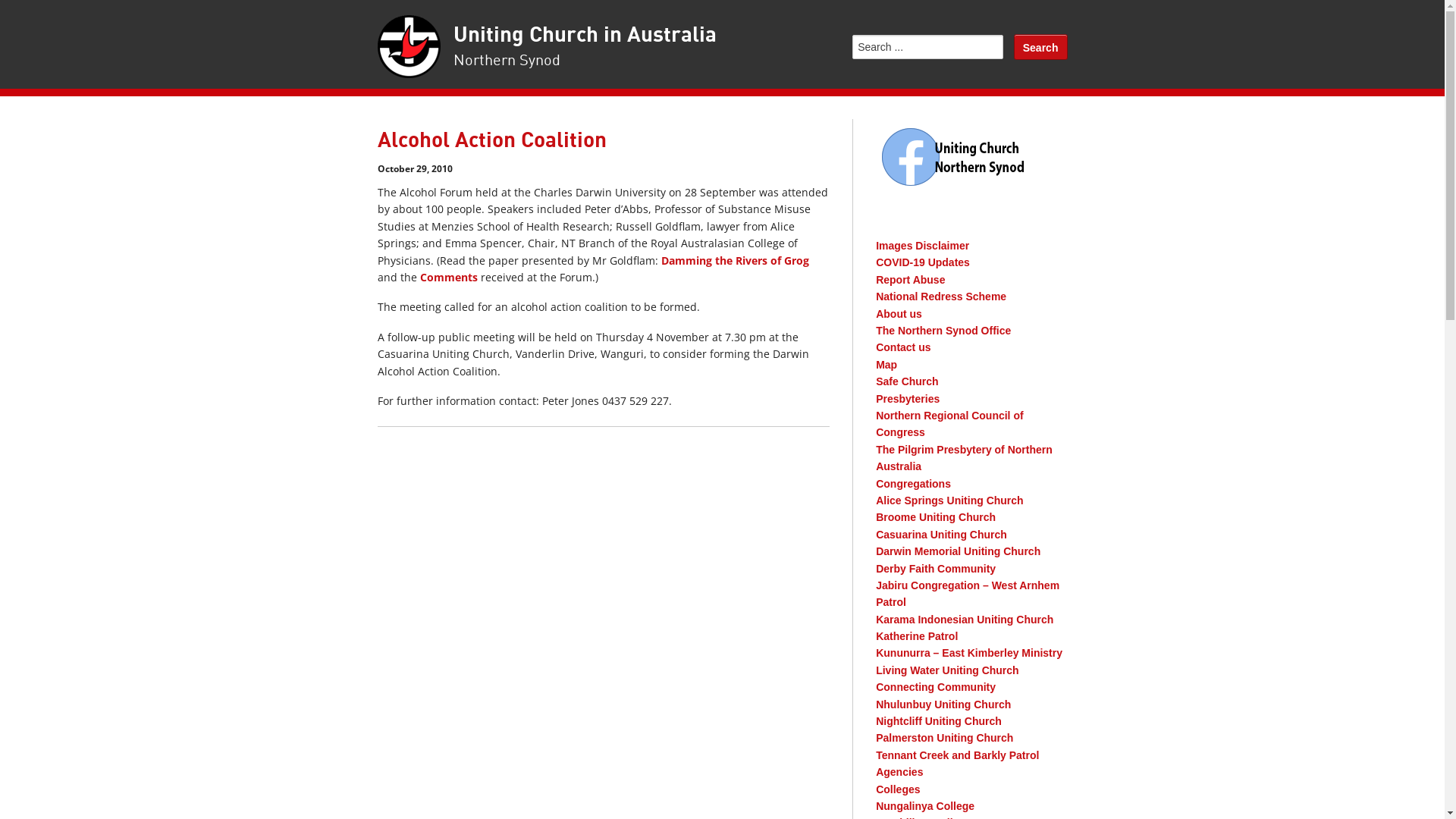  I want to click on 'Northern Regional Council of Congress', so click(876, 424).